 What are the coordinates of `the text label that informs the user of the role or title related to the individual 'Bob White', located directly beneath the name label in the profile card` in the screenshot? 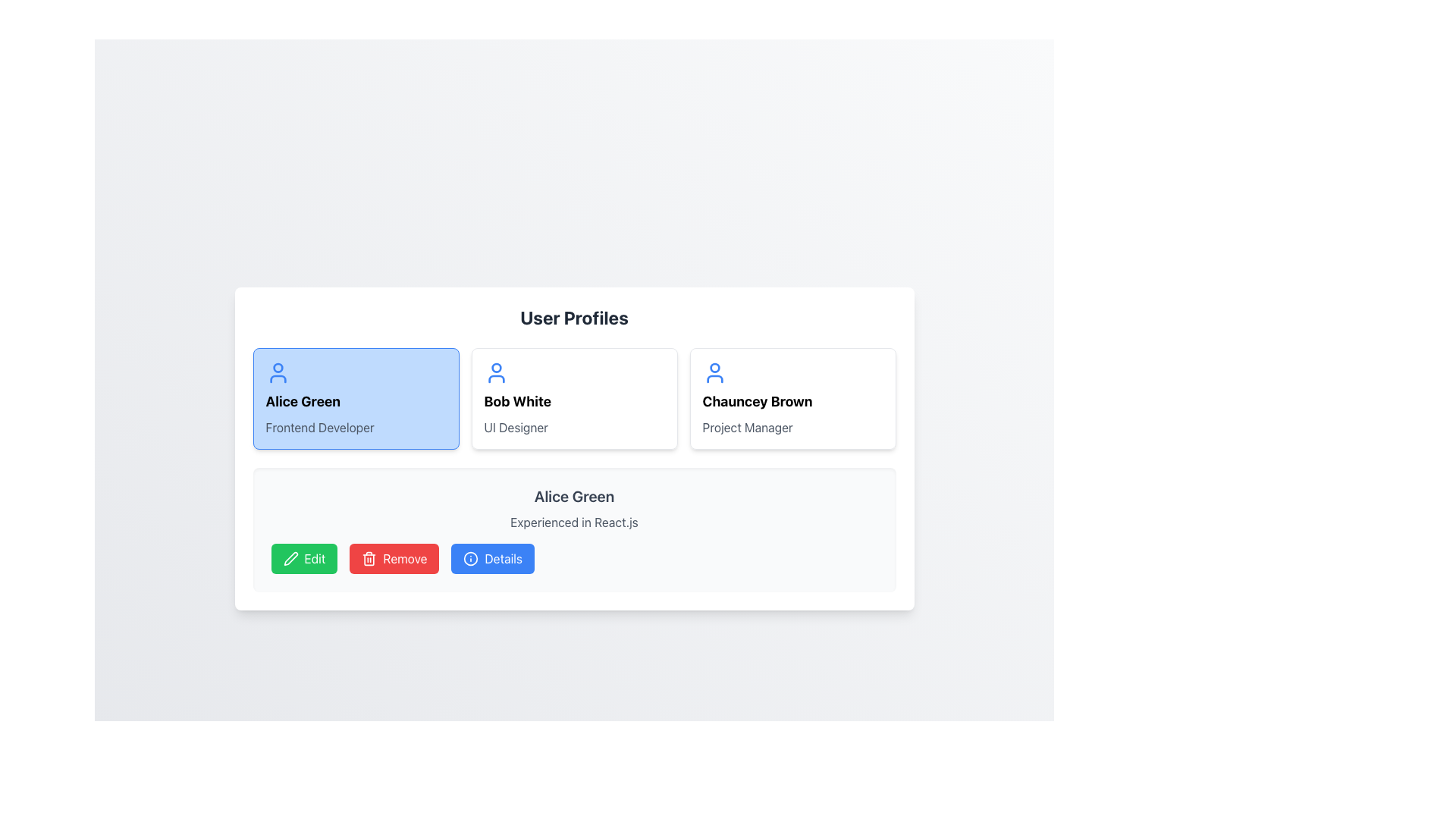 It's located at (516, 427).